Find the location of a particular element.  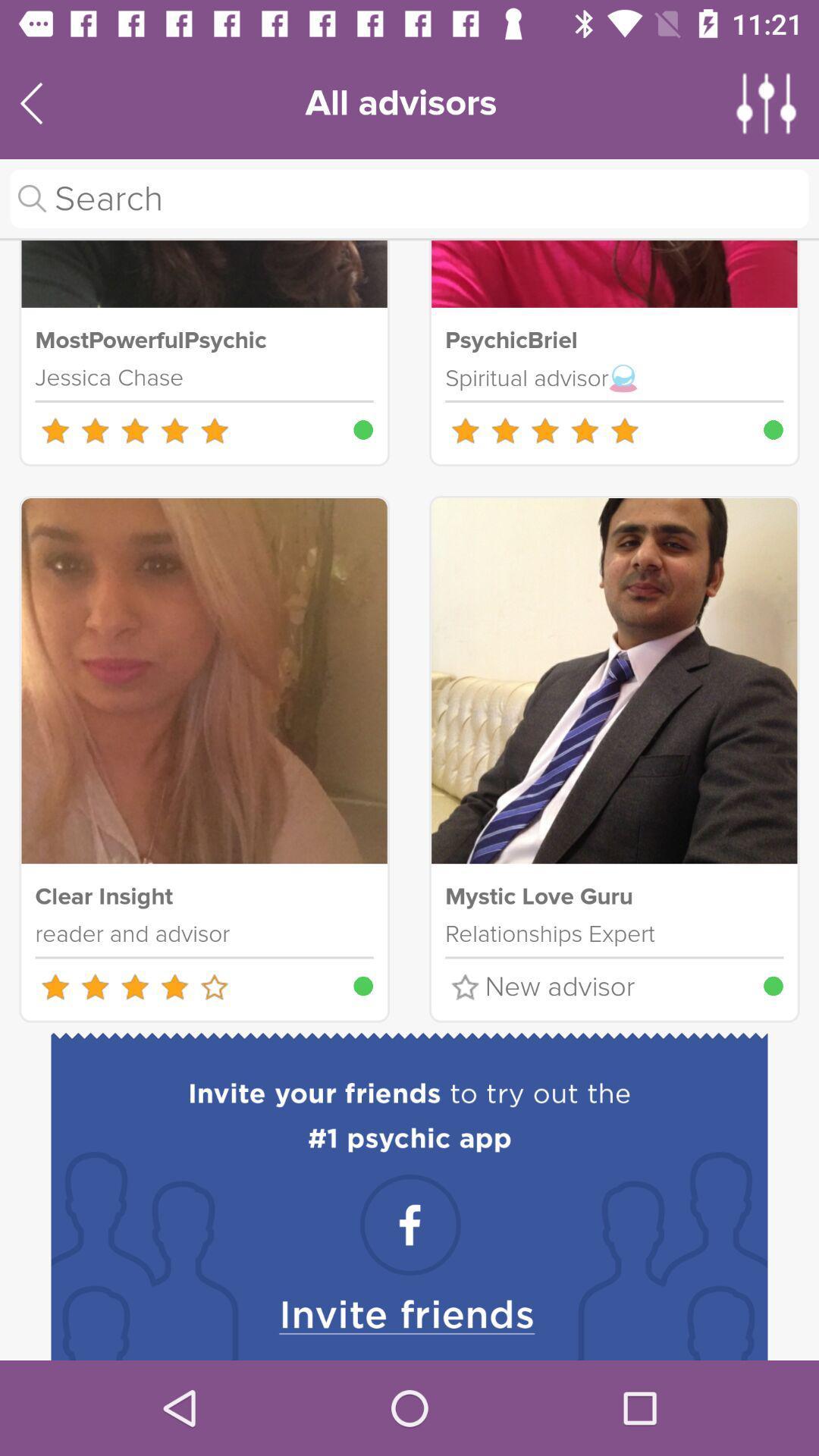

search advisers is located at coordinates (409, 198).